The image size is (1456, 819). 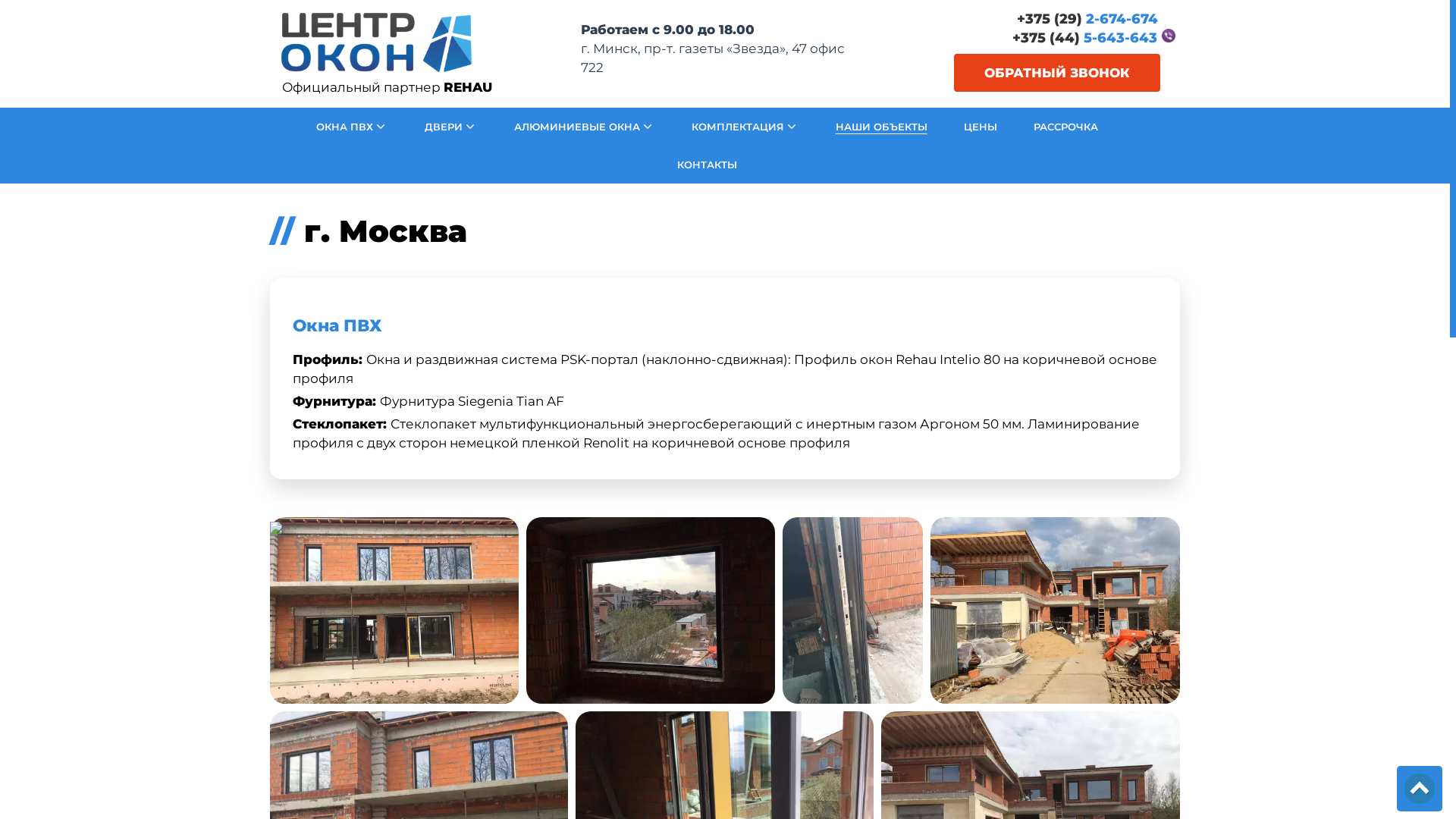 What do you see at coordinates (1087, 19) in the screenshot?
I see `'+375 (29) 2-674-674'` at bounding box center [1087, 19].